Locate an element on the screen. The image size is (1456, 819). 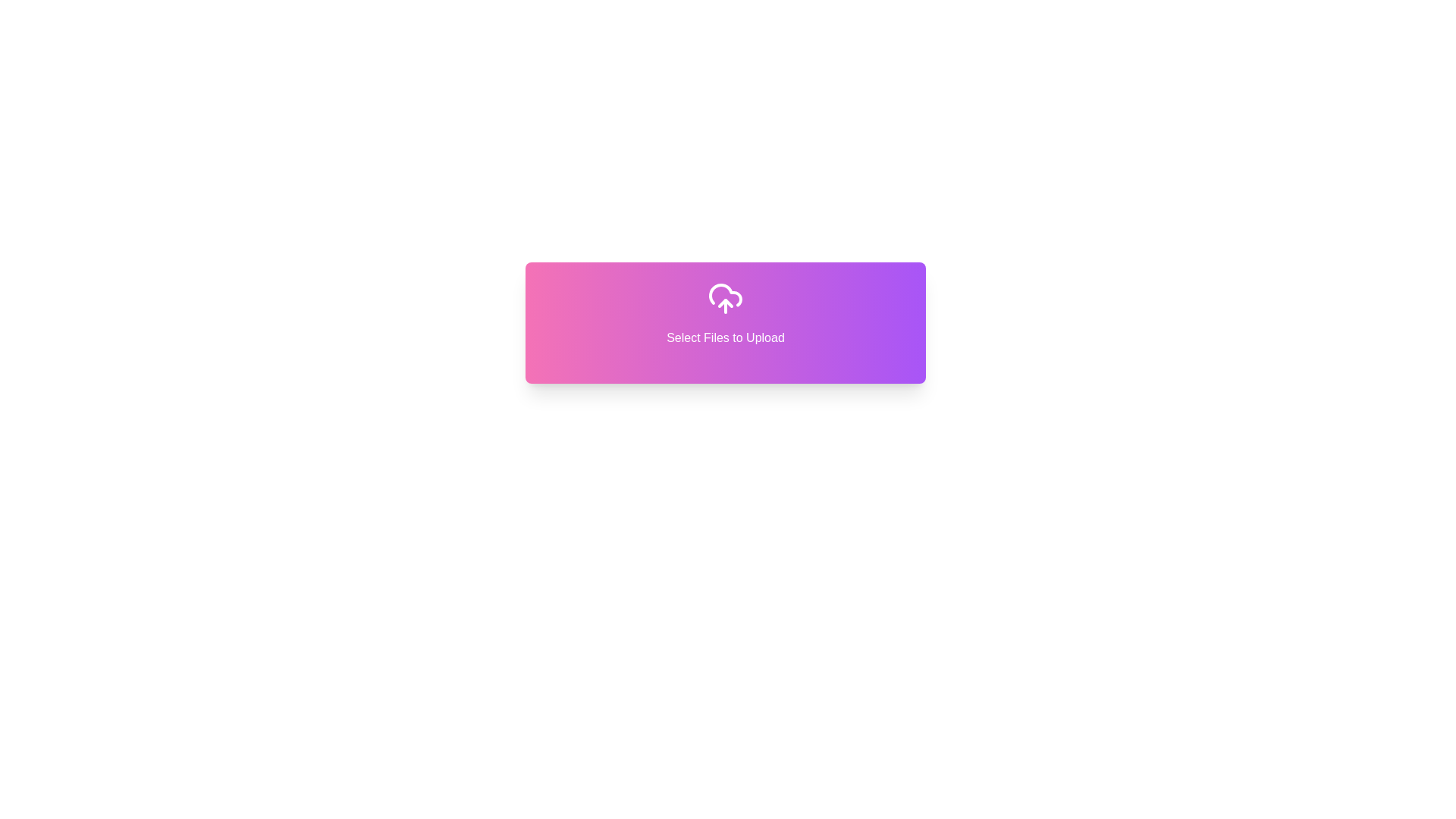
the centrally placed button within the fixed white rectangular box to initiate a file upload process is located at coordinates (724, 322).